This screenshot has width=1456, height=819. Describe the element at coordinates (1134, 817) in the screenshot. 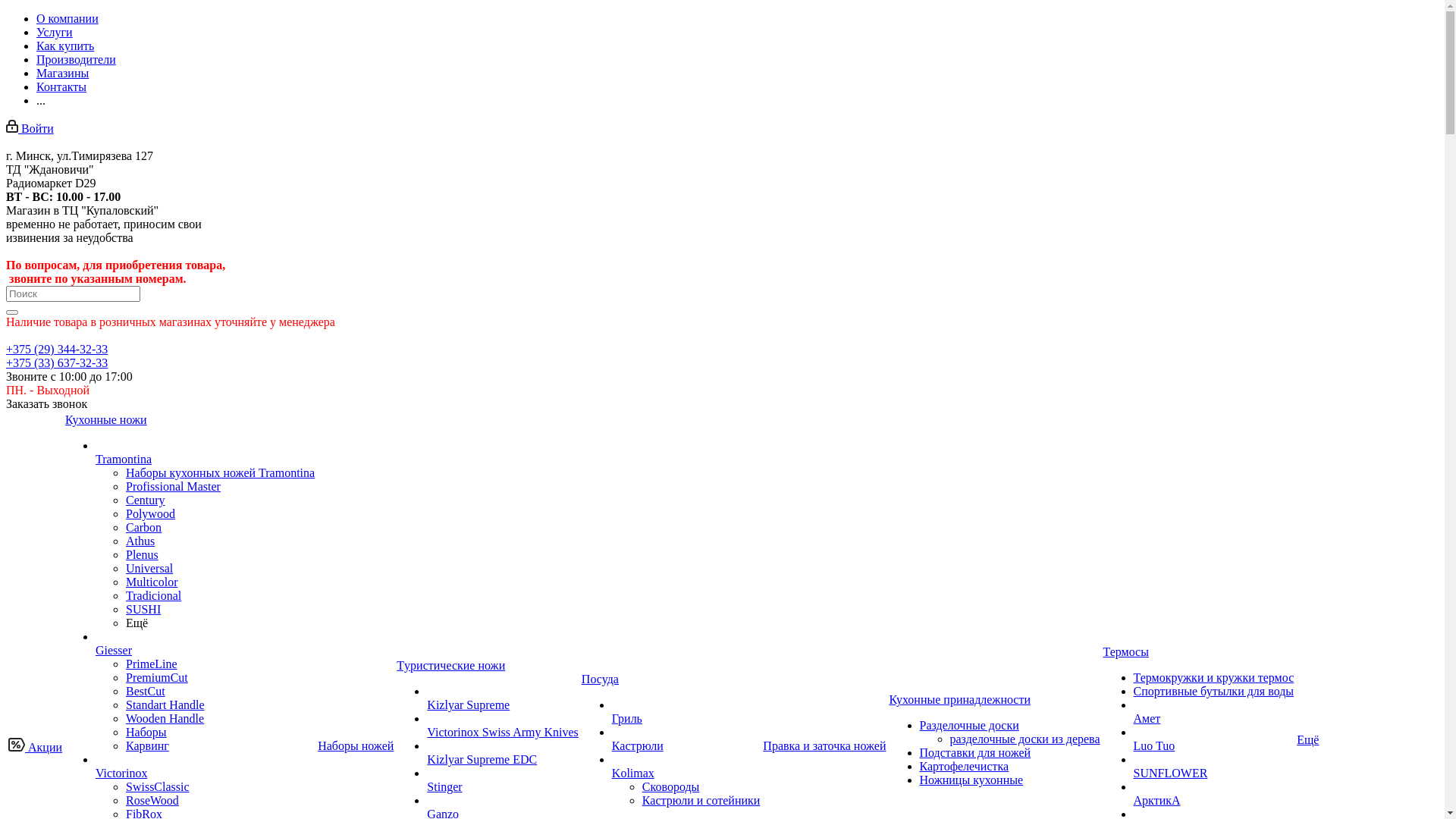

I see `'BioStal'` at that location.